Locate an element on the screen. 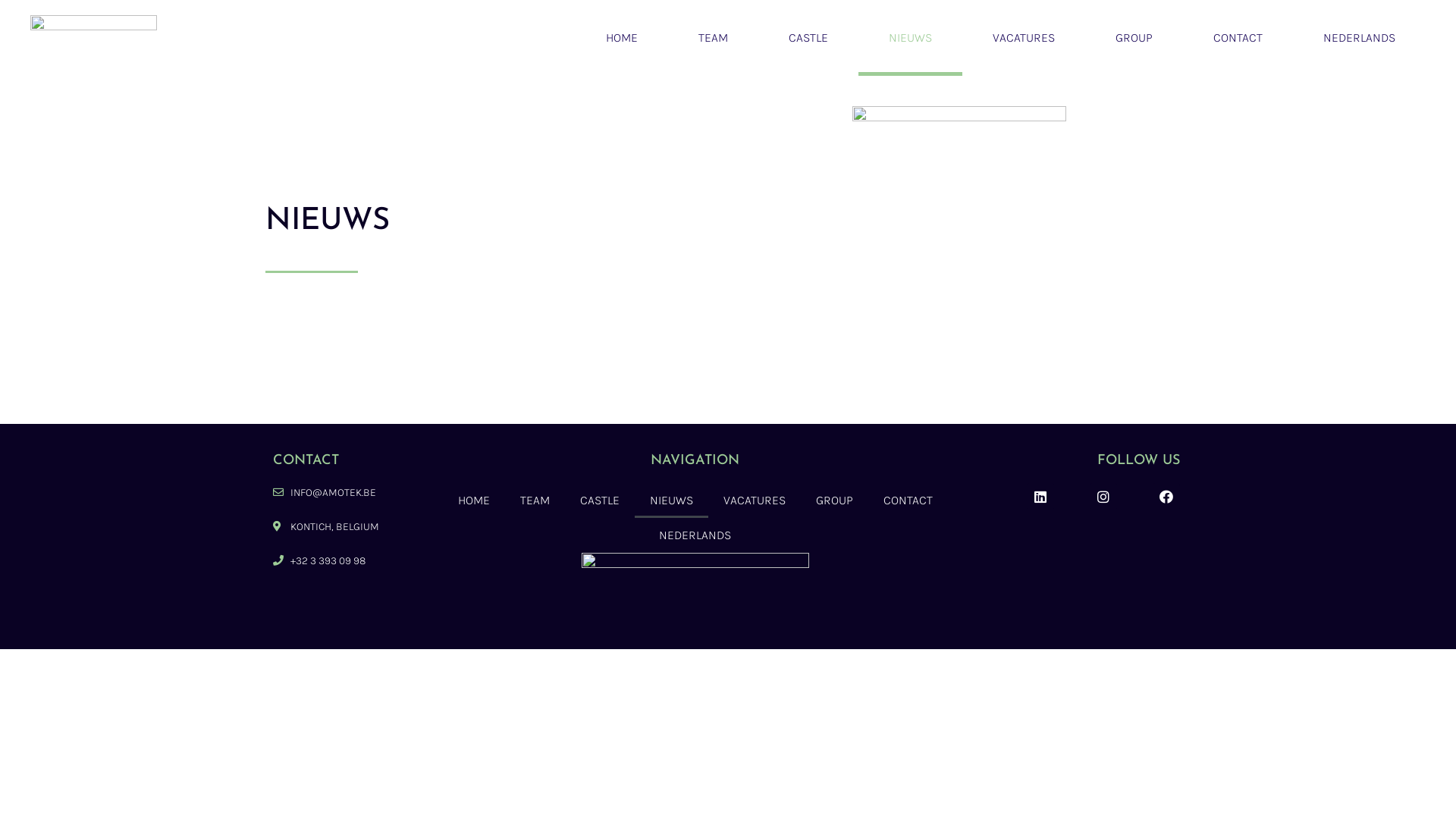 Image resolution: width=1456 pixels, height=819 pixels. 'GROUP' is located at coordinates (833, 500).